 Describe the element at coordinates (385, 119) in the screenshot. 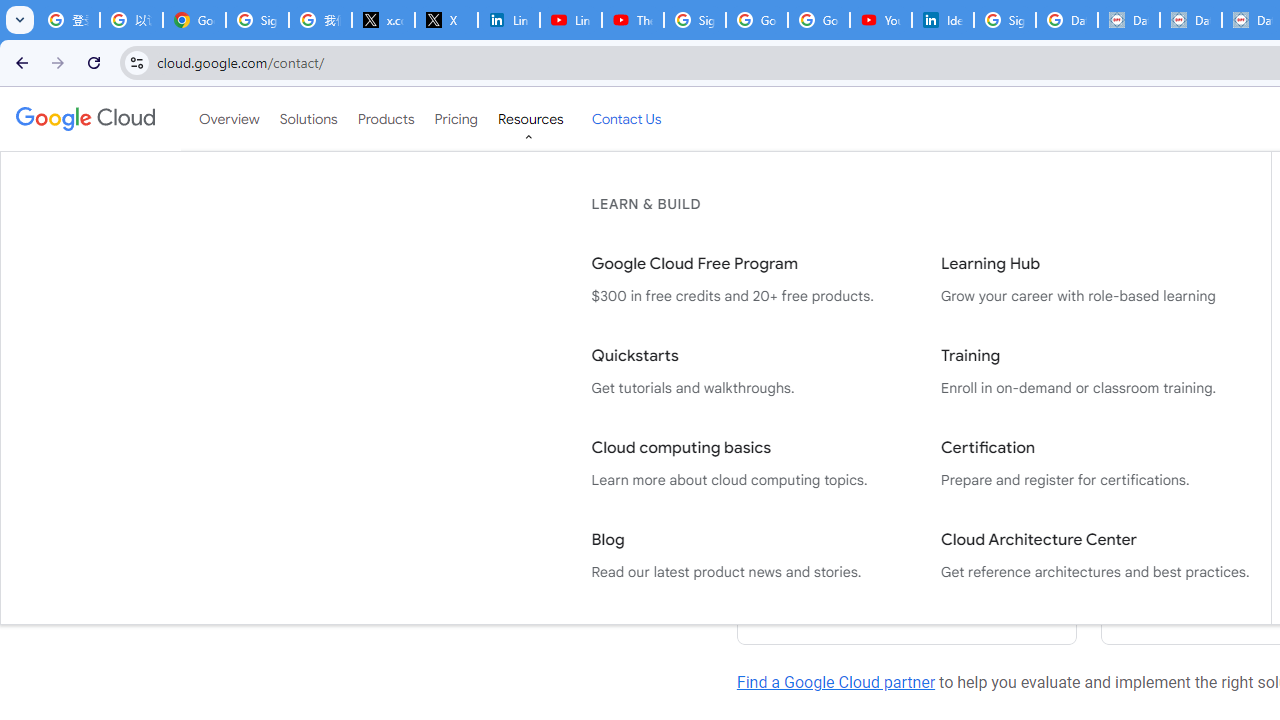

I see `'Products'` at that location.